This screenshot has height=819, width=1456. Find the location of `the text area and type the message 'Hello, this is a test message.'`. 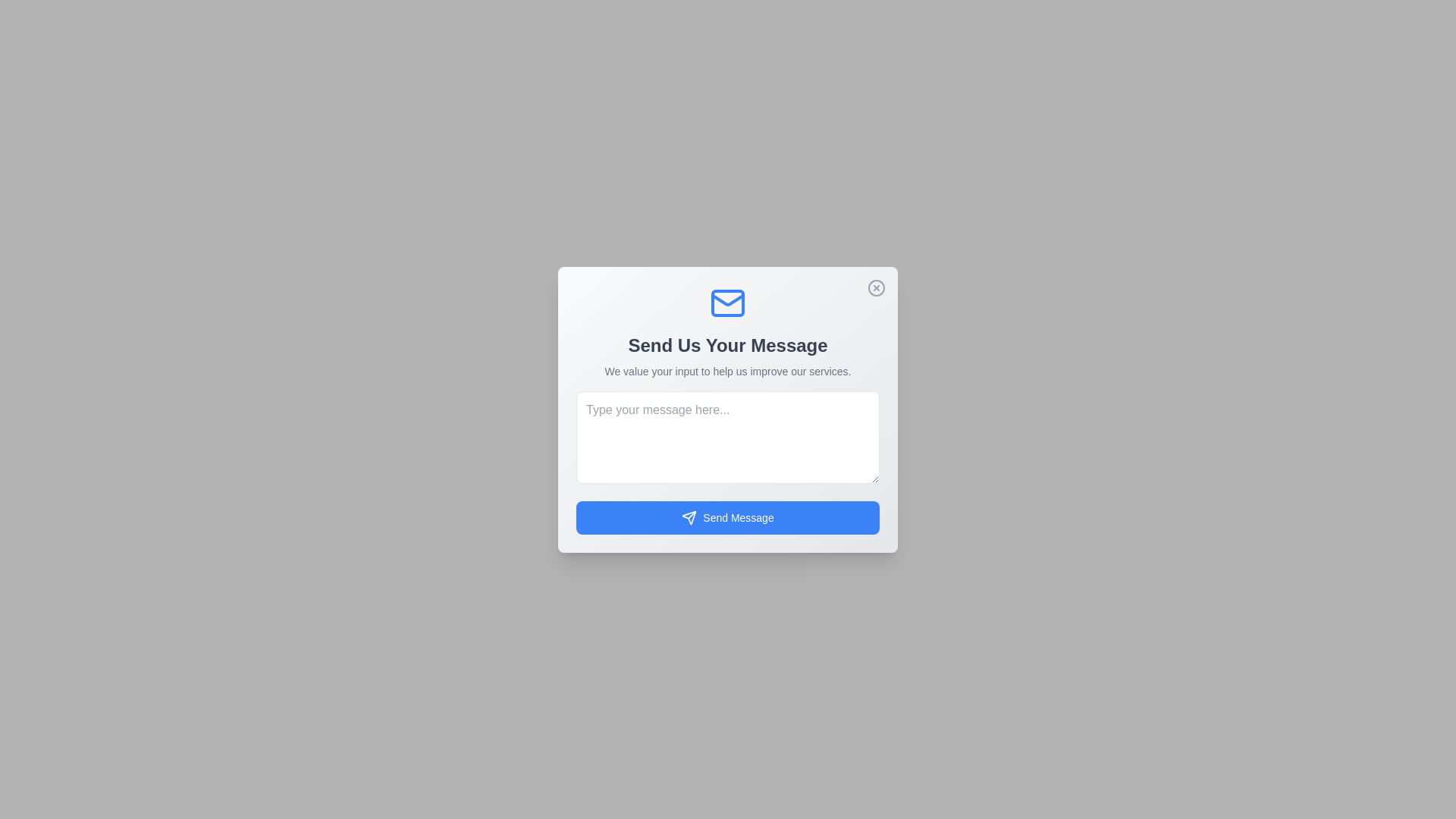

the text area and type the message 'Hello, this is a test message.' is located at coordinates (728, 437).